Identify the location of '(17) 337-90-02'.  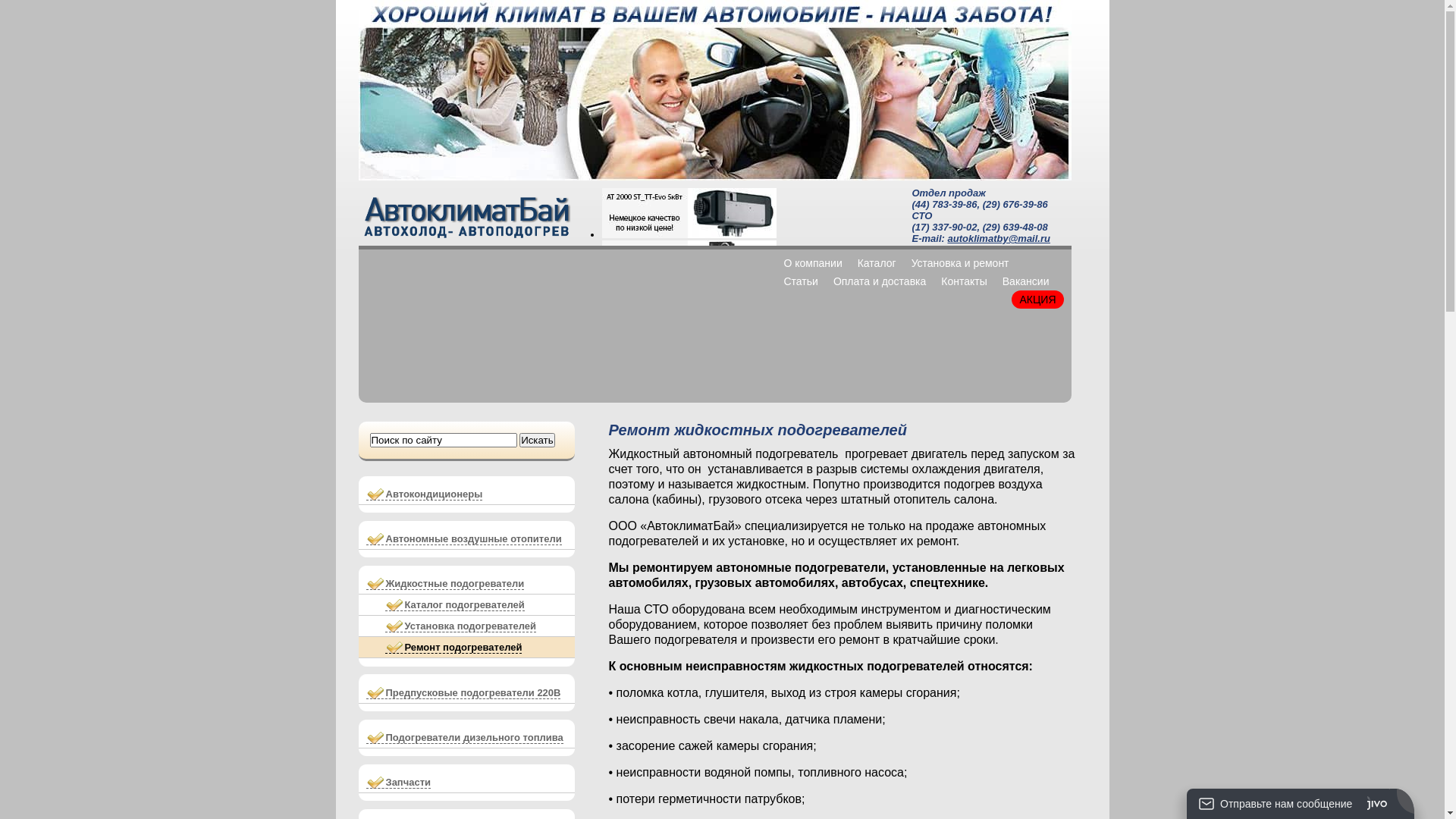
(910, 227).